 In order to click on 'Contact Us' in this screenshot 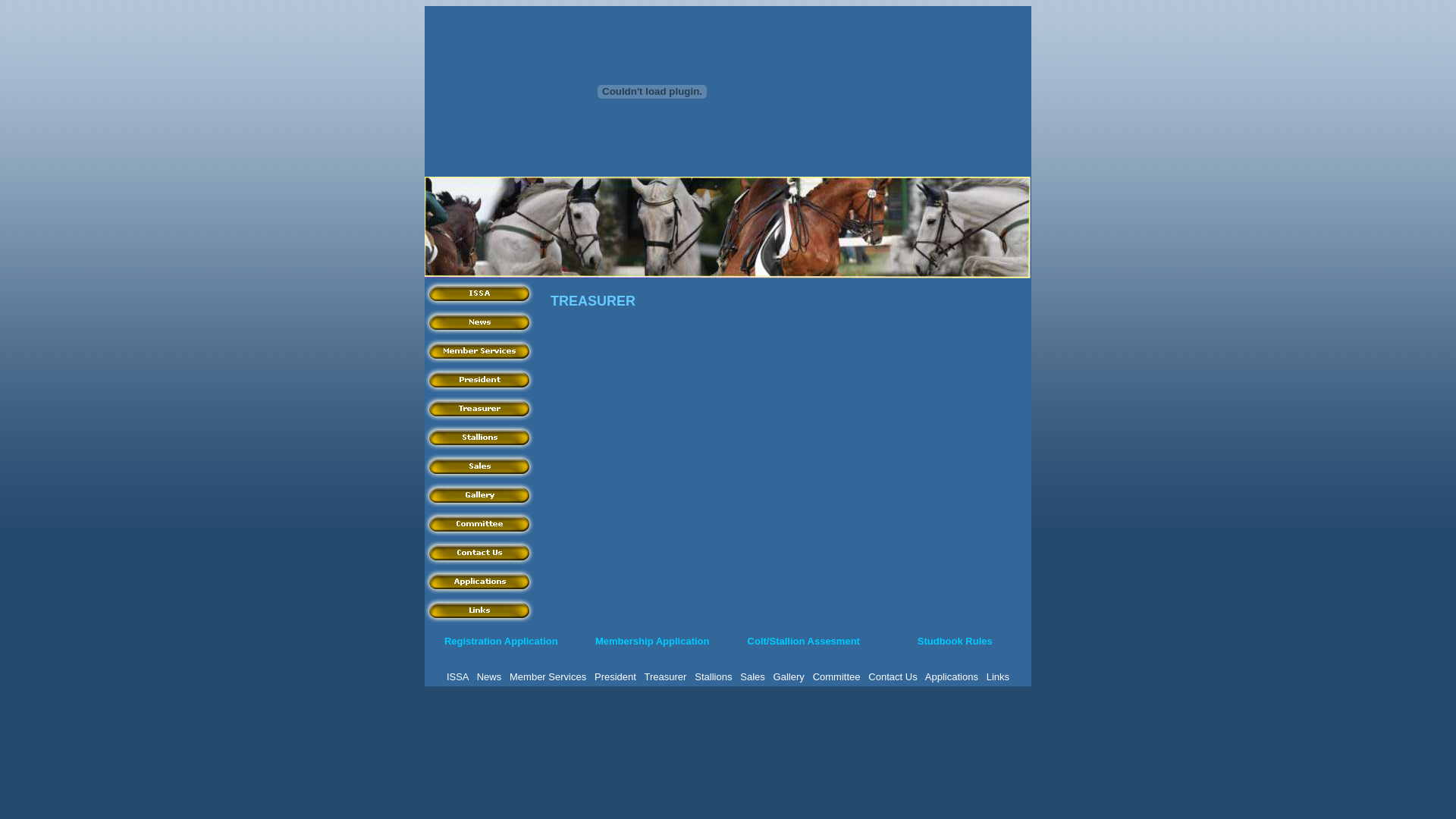, I will do `click(892, 676)`.